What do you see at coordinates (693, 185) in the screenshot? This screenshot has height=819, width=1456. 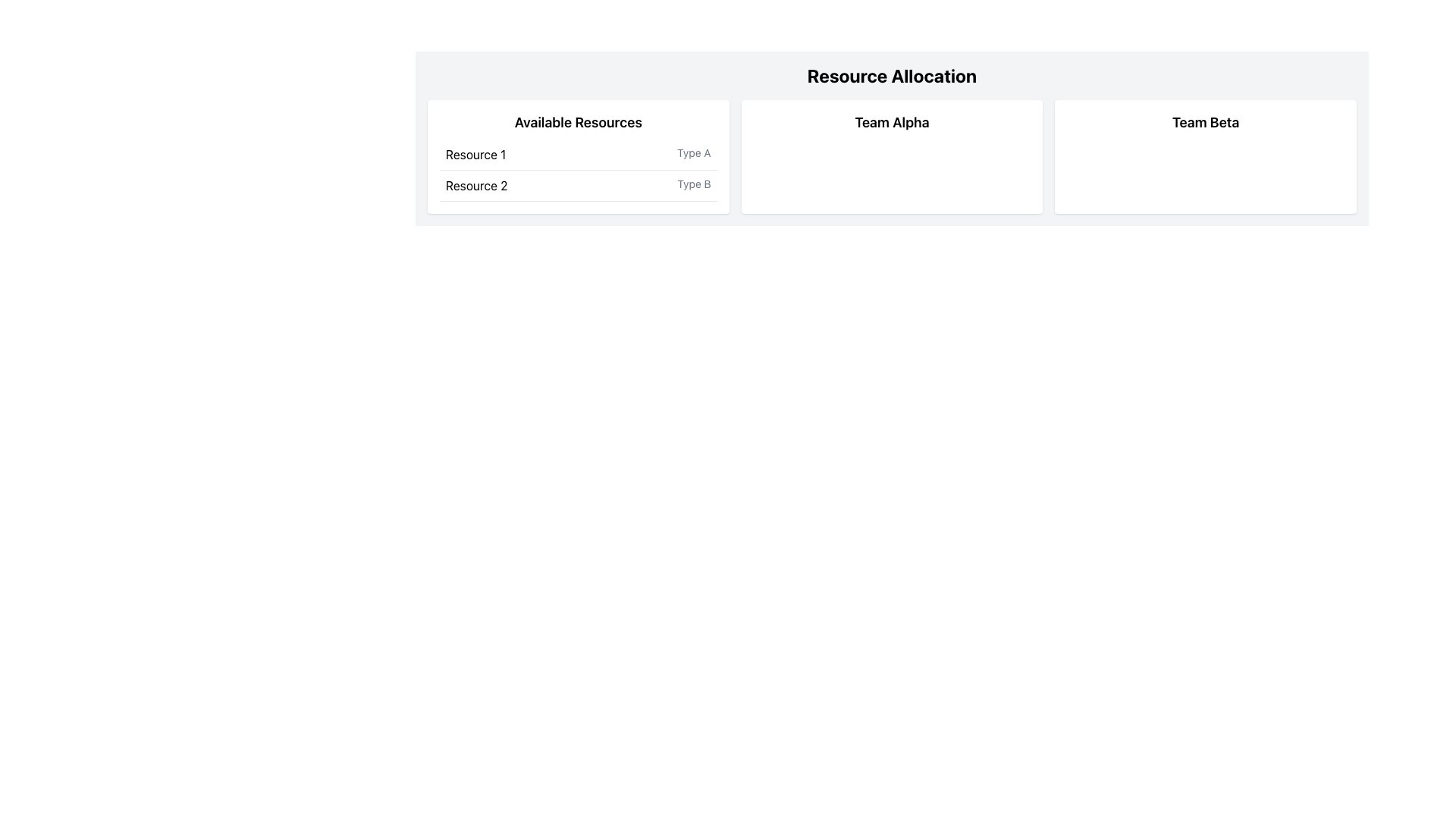 I see `the Text label indicating 'Type B' for 'Resource 2', which is the second item in the 'Type' column under 'Available Resources'` at bounding box center [693, 185].